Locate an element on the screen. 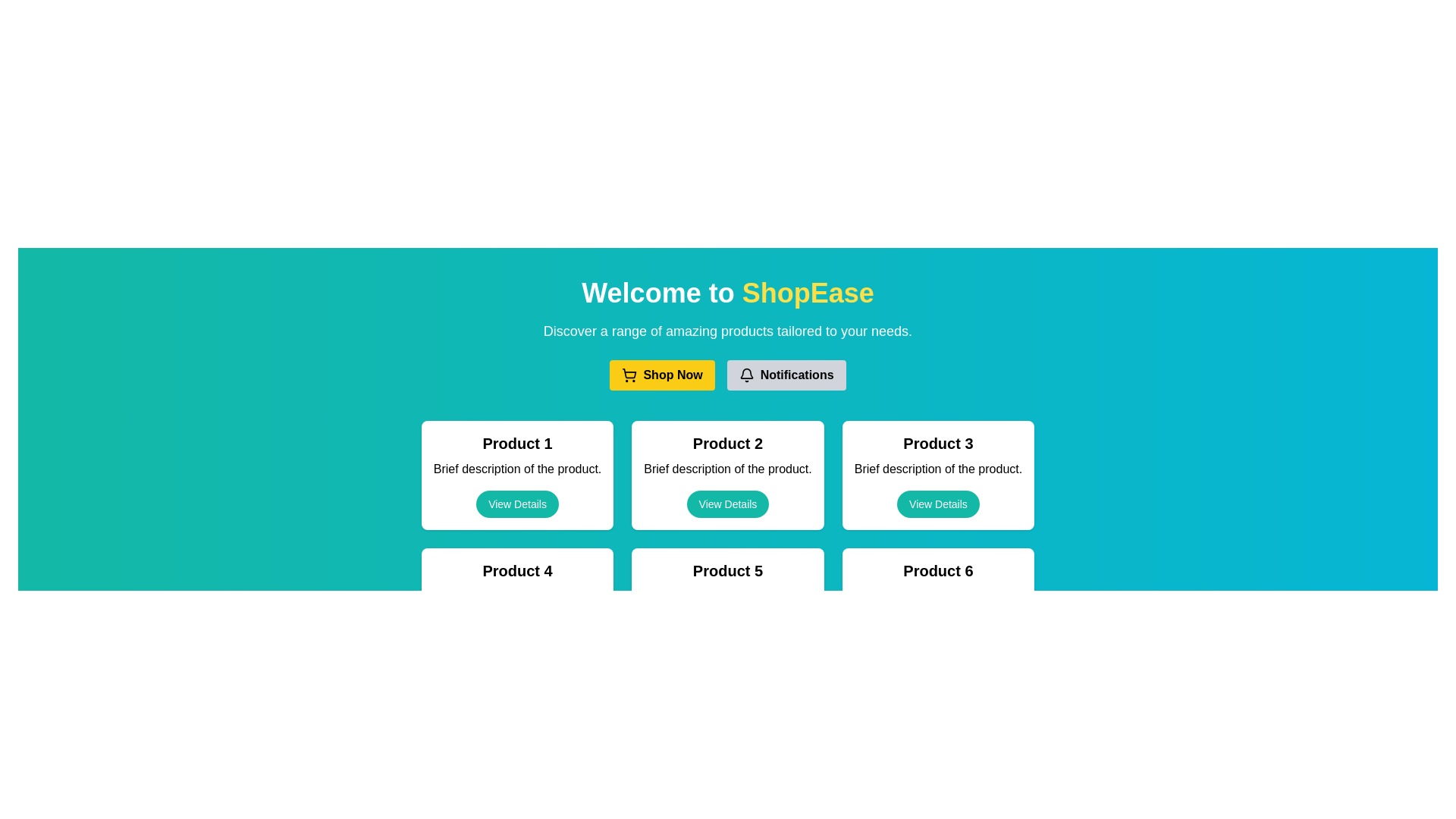 This screenshot has width=1456, height=819. the pill-shaped button with a teal background and white text reading 'View Details' located at the bottom of the card for 'Product 2' is located at coordinates (728, 504).